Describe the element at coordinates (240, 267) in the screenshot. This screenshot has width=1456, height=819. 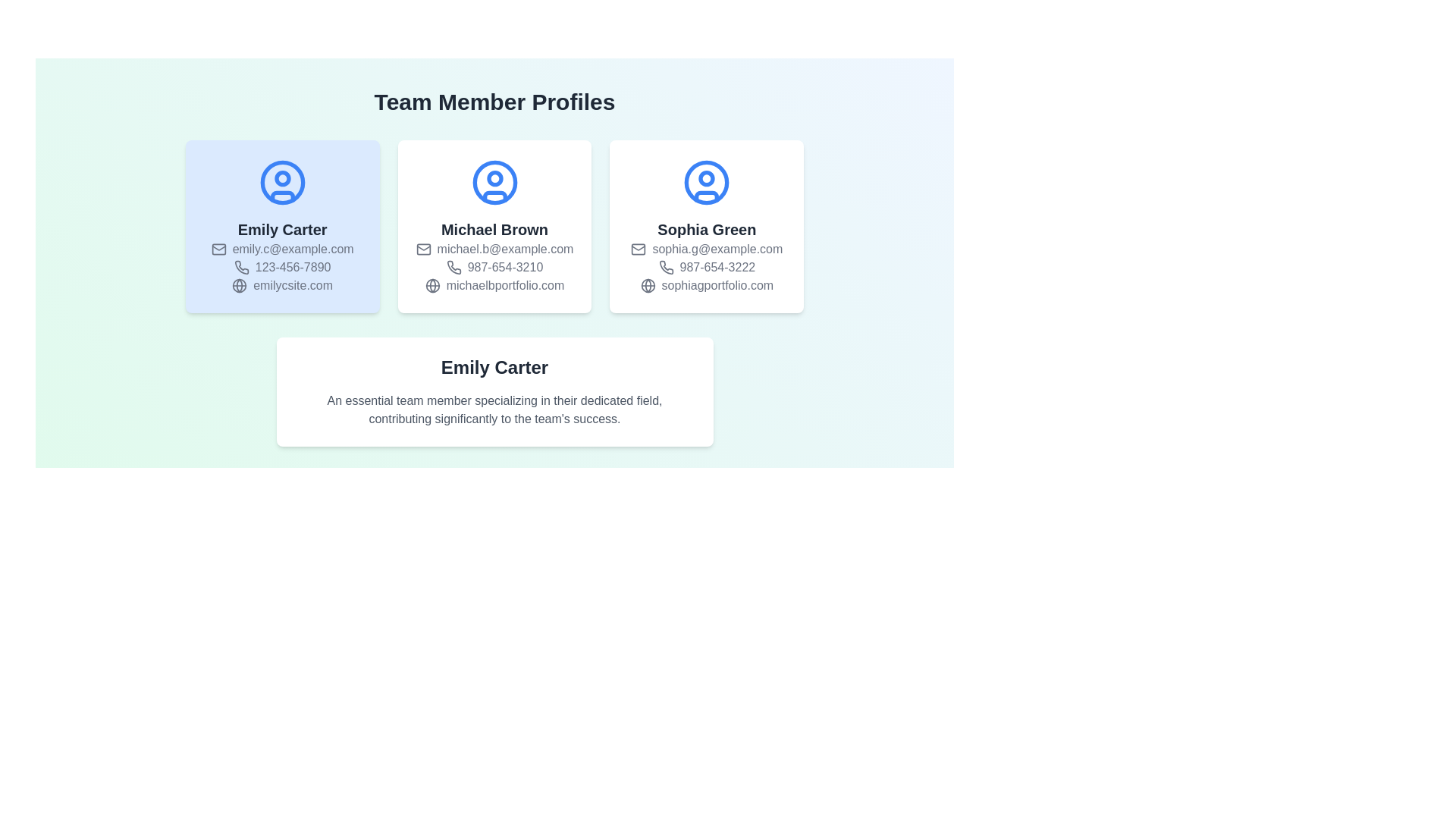
I see `the phone icon located in the leftmost profile card under the name 'Emily Carter,' which indicates the telephone number '123-456-7890.'` at that location.